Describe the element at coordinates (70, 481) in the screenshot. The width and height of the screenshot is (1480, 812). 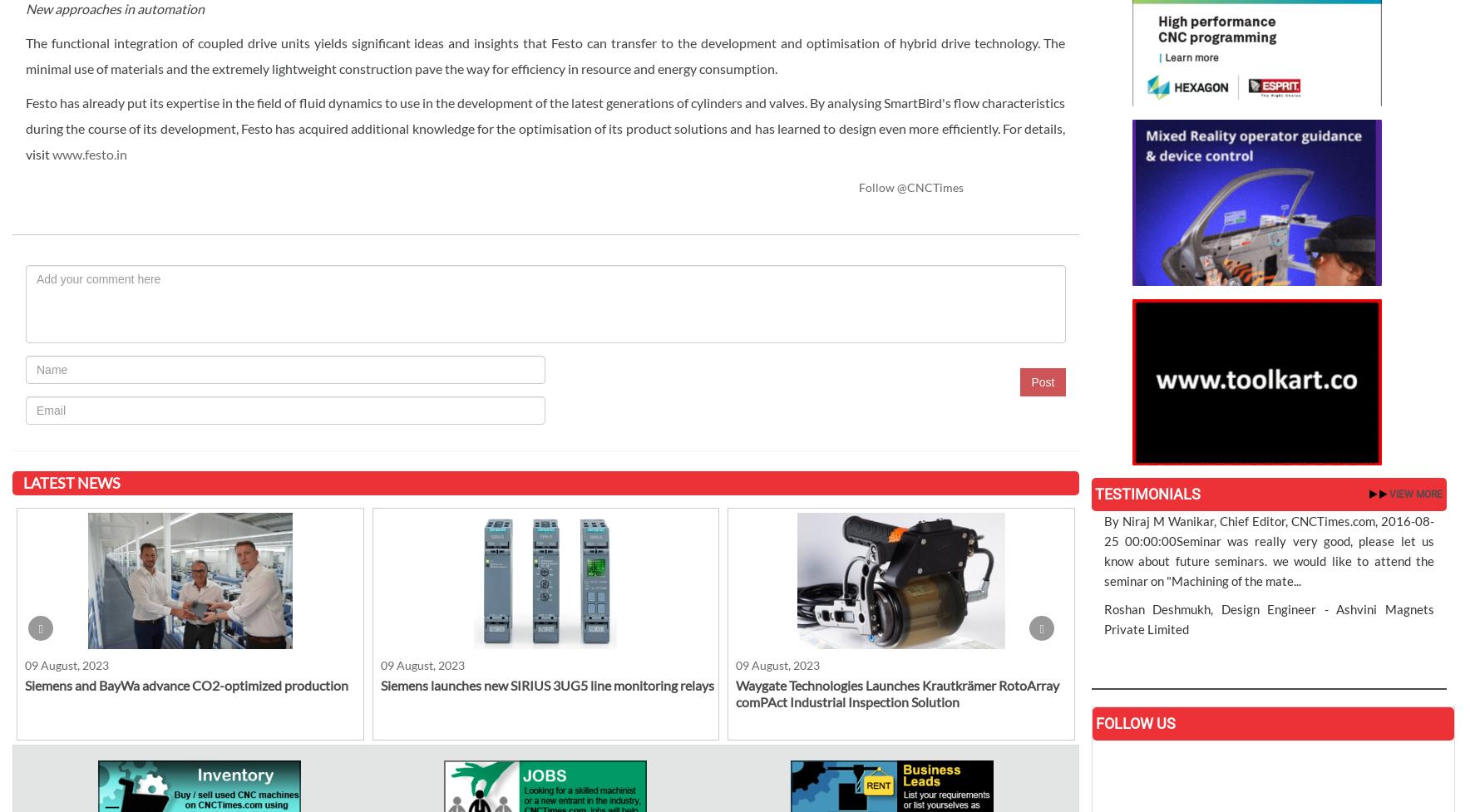
I see `'Latest News'` at that location.